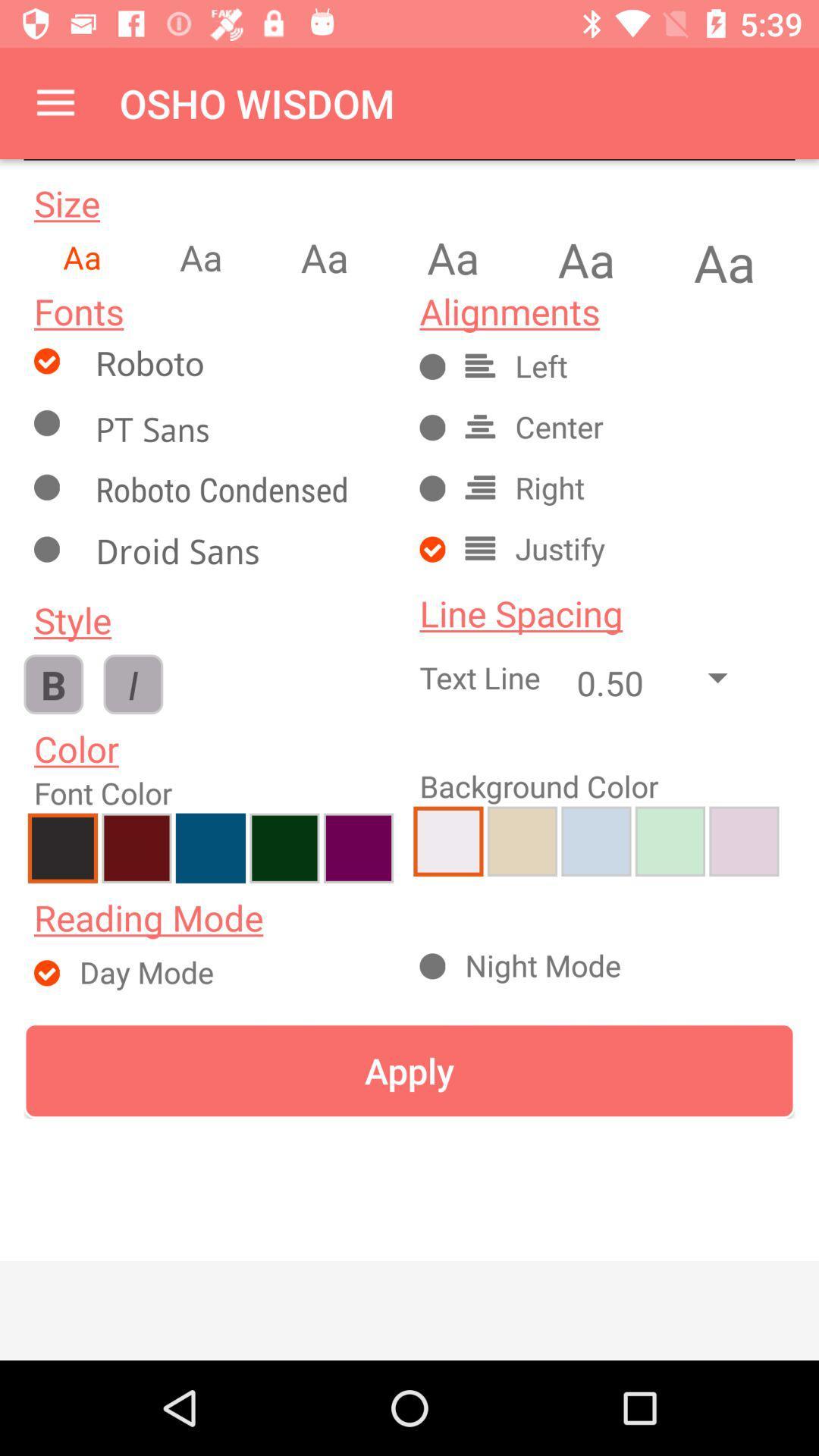 The width and height of the screenshot is (819, 1456). What do you see at coordinates (239, 554) in the screenshot?
I see `text font droid sans` at bounding box center [239, 554].